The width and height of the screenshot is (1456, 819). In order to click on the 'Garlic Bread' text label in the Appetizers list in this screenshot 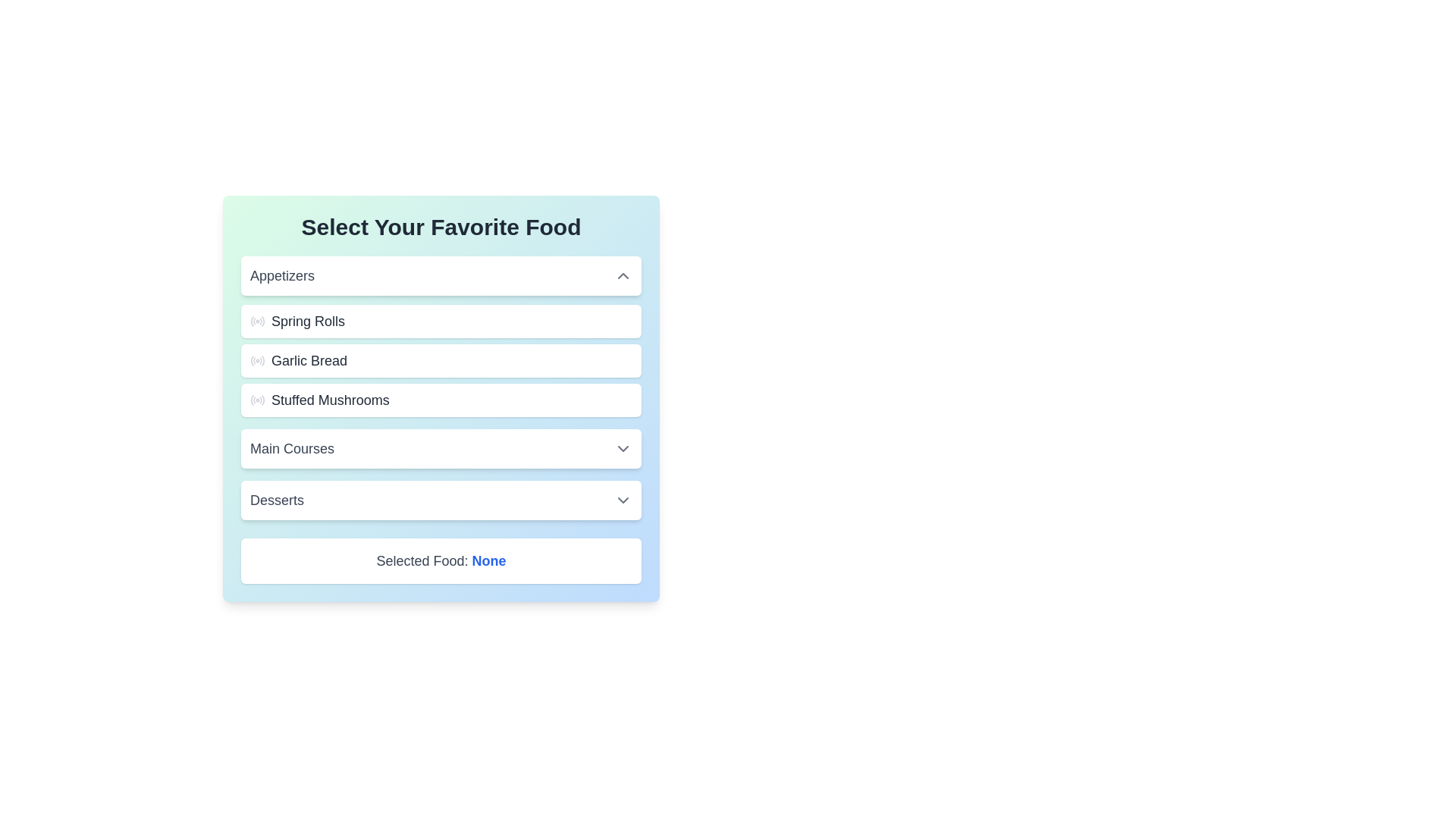, I will do `click(309, 360)`.